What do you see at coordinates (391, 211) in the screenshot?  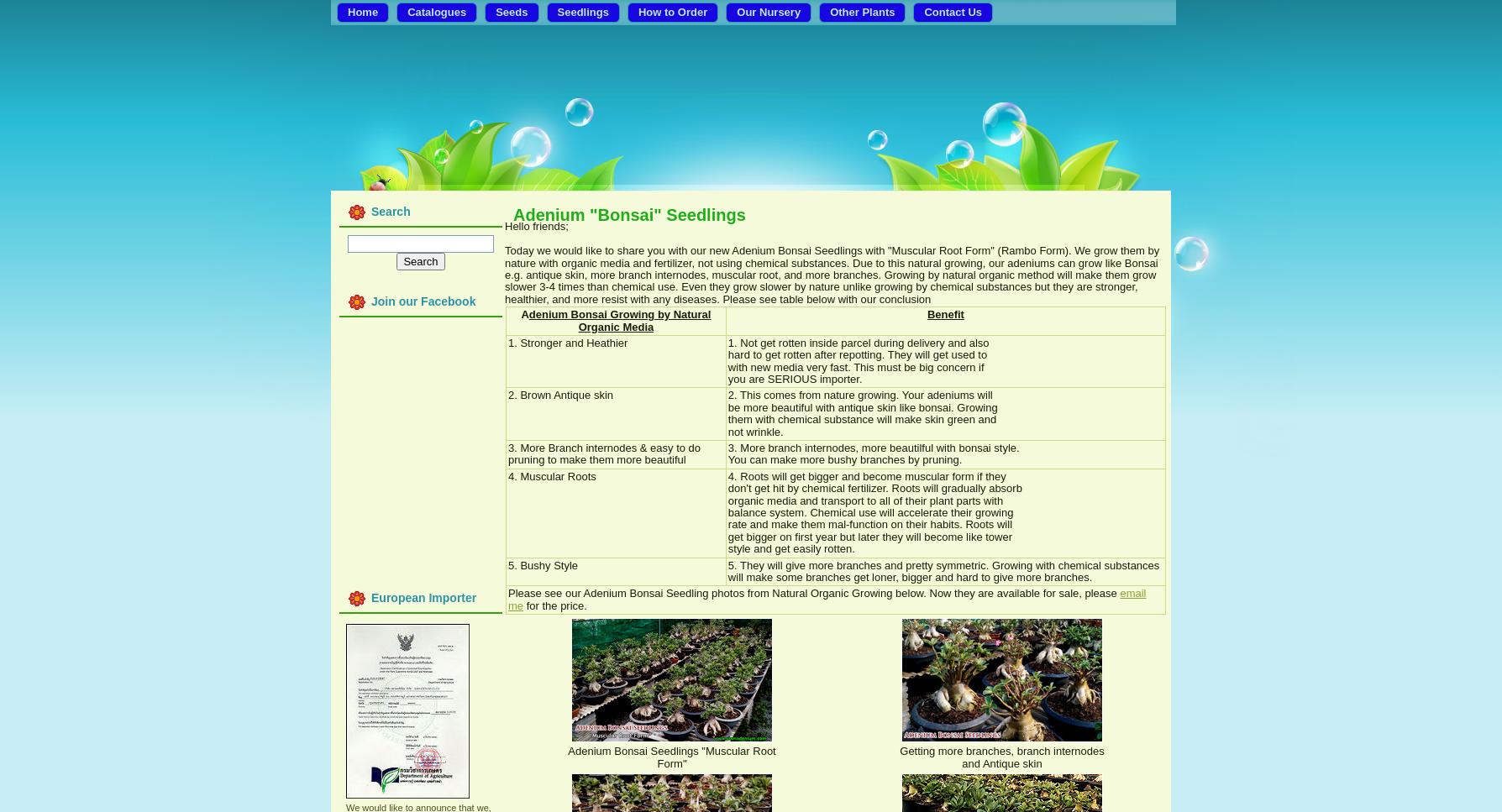 I see `'Search'` at bounding box center [391, 211].